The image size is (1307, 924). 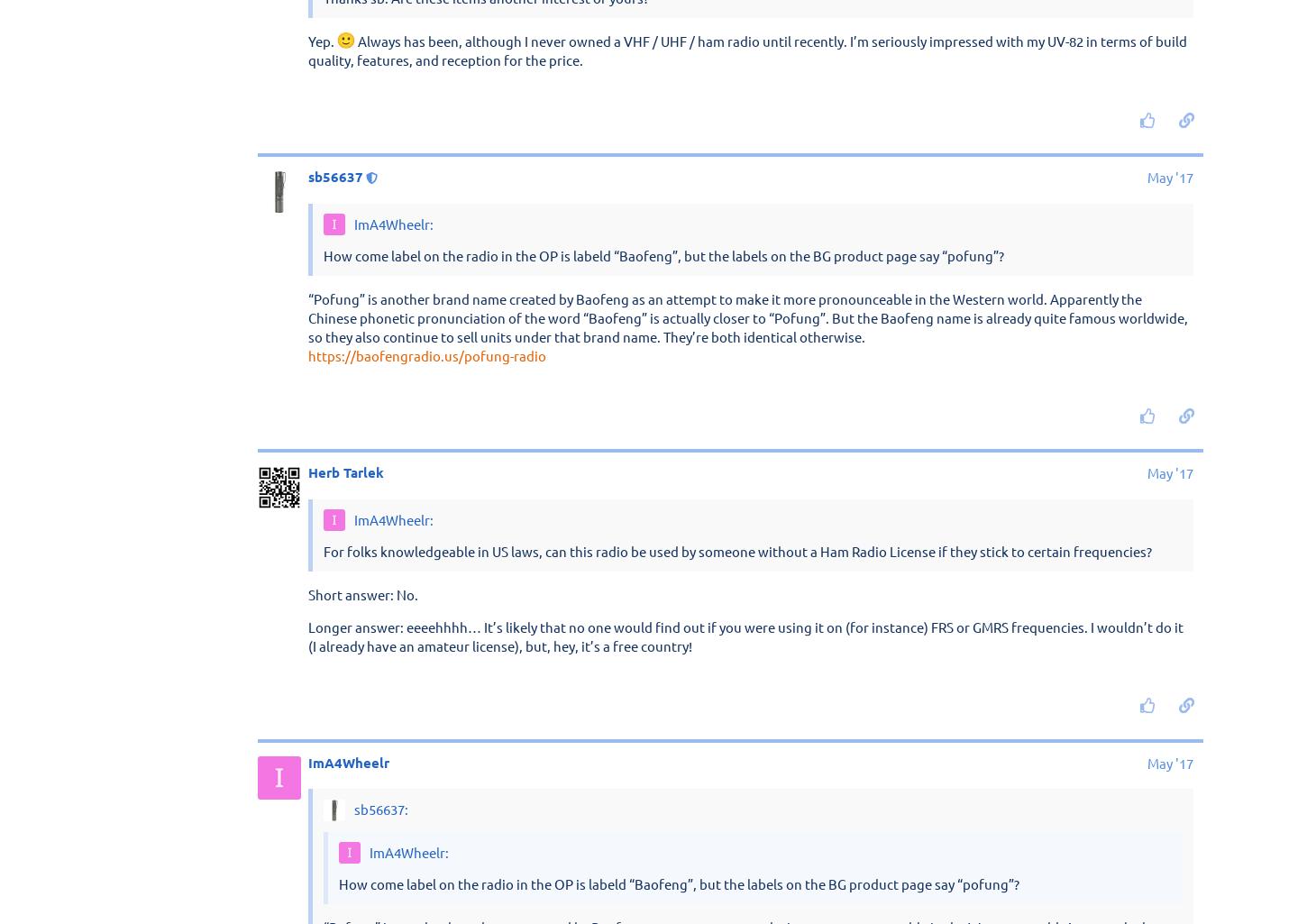 What do you see at coordinates (663, 776) in the screenshot?
I see `'How come label on the radio in the OP is labeld “Baofeng”, but the labels on the BG product page say “pofung”?'` at bounding box center [663, 776].